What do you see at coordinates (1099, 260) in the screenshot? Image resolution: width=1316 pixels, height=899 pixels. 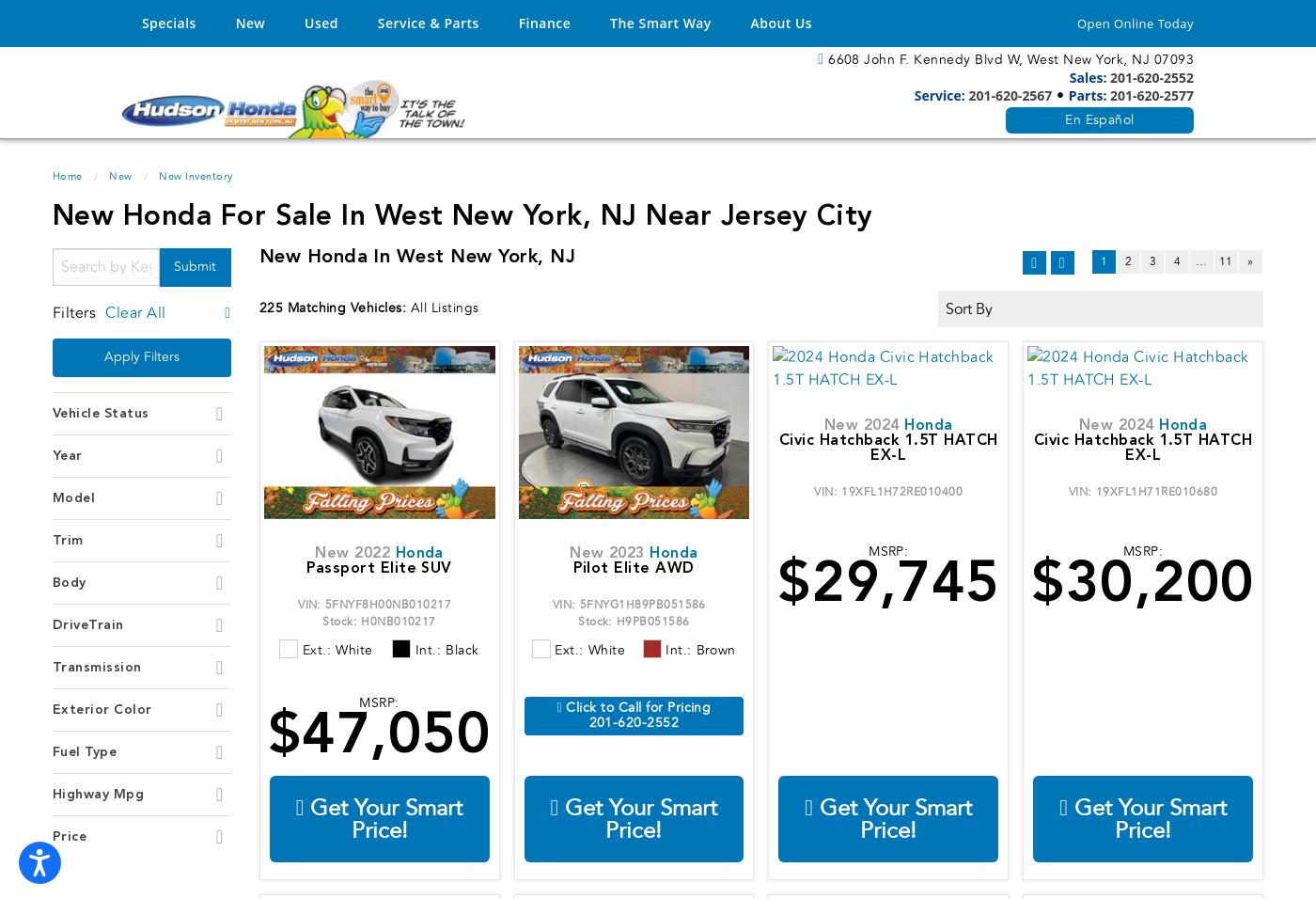 I see `'1'` at bounding box center [1099, 260].